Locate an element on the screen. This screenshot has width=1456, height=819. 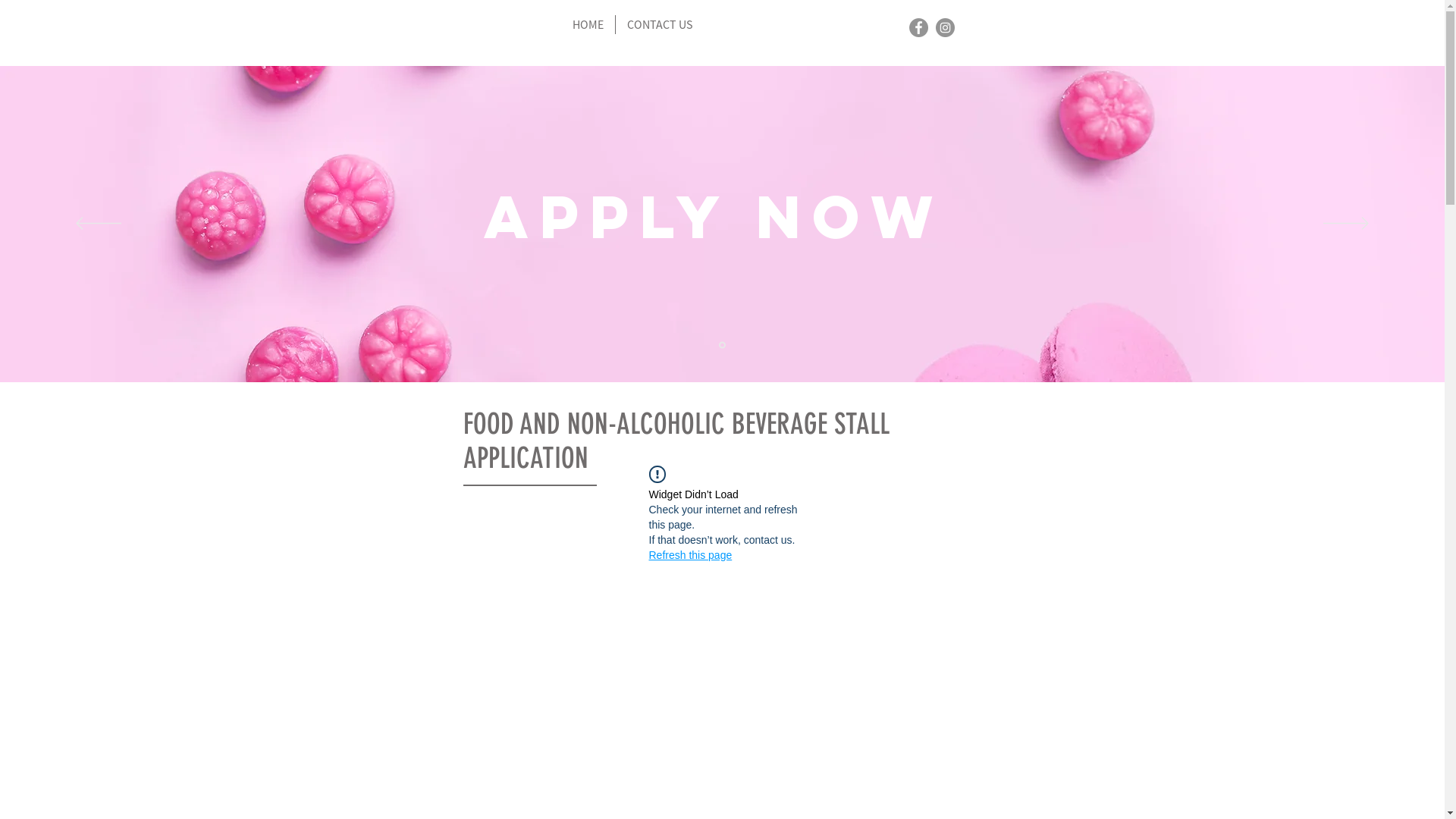
'CONTACT US' is located at coordinates (659, 24).